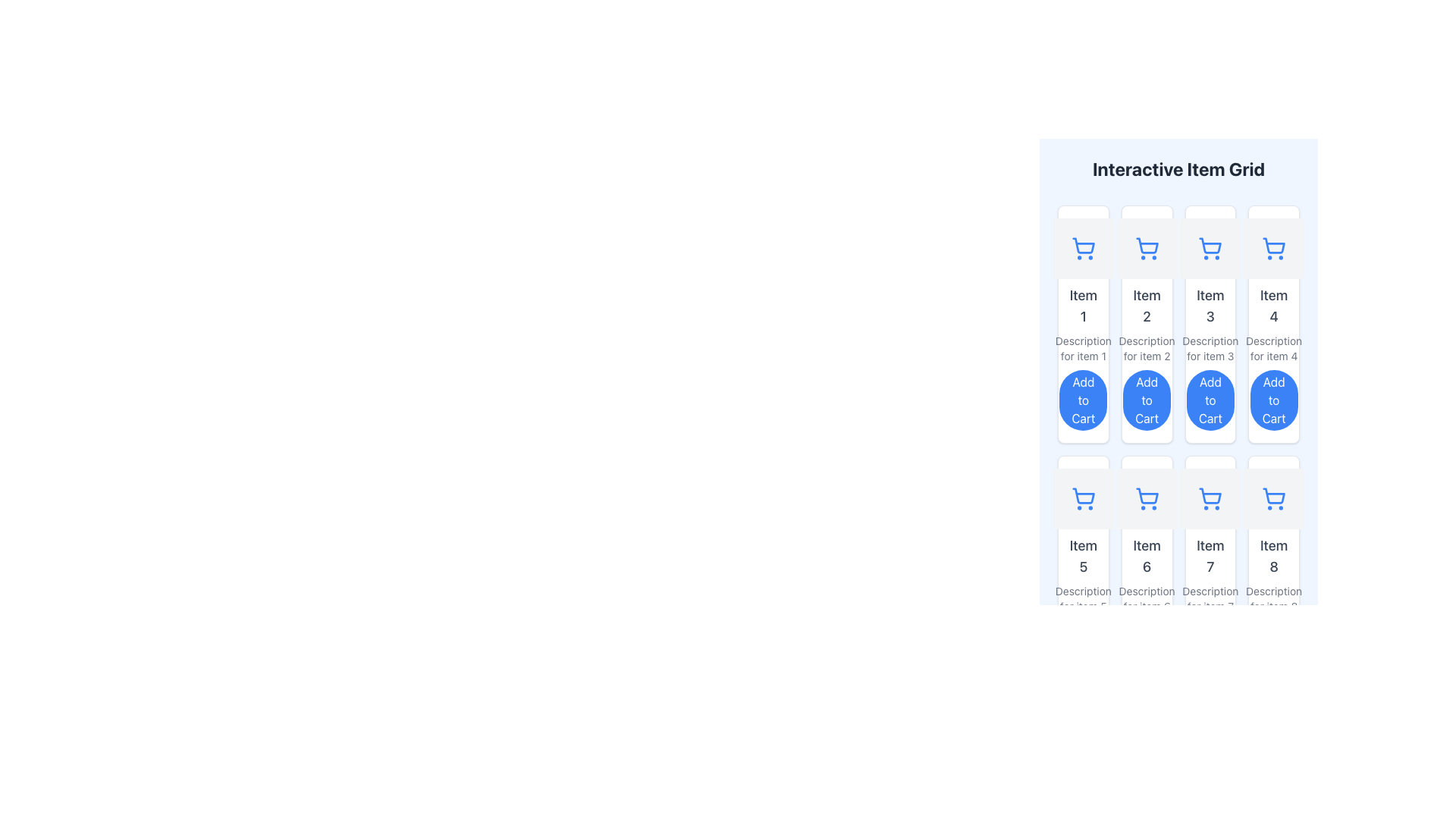 This screenshot has width=1456, height=819. What do you see at coordinates (1082, 575) in the screenshot?
I see `item description displayed on the Content Card for 'Item 5', which is the fifth item in a grid of 8 items` at bounding box center [1082, 575].